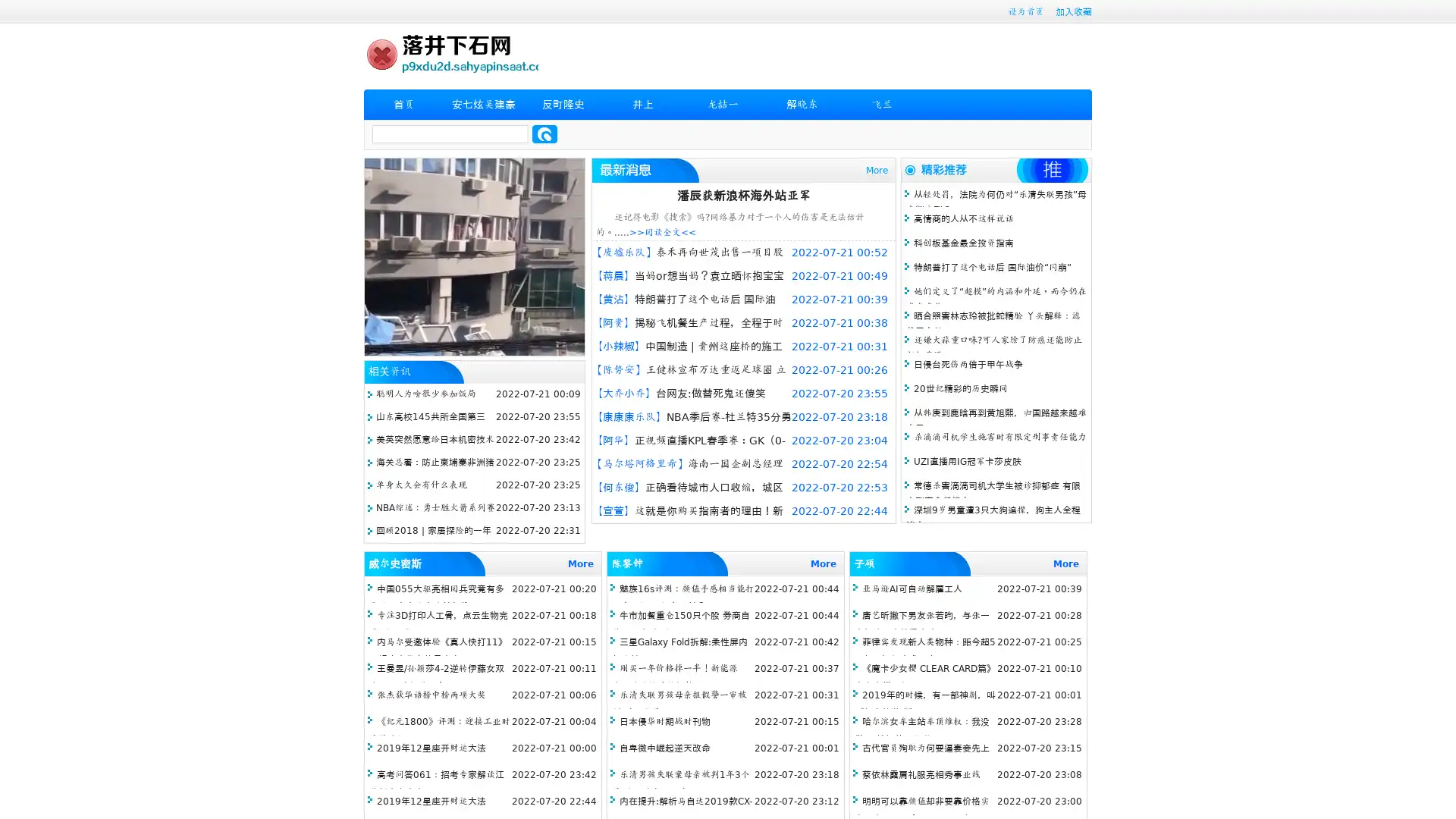  What do you see at coordinates (544, 133) in the screenshot?
I see `Search` at bounding box center [544, 133].